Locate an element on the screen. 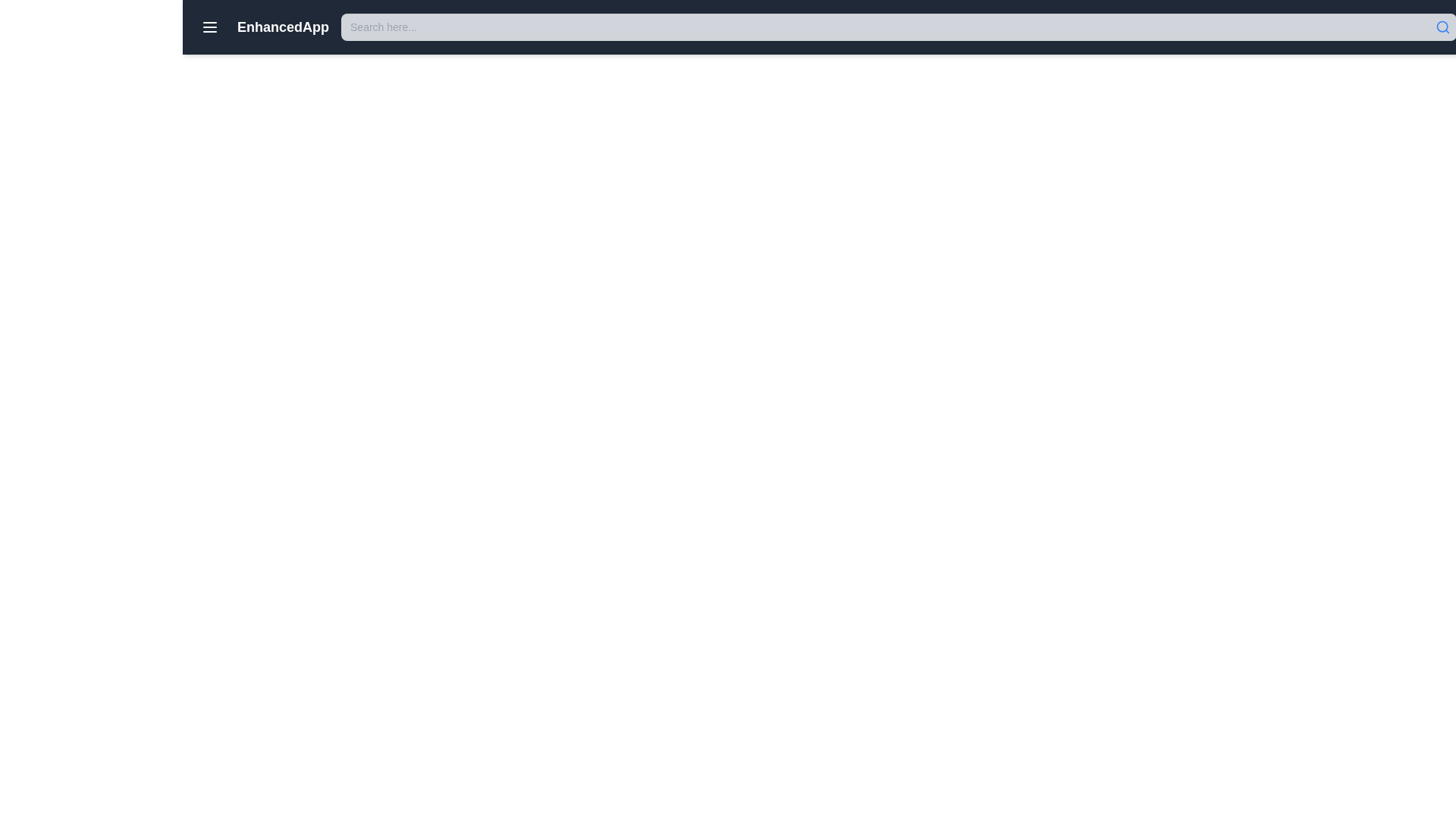  keyboard navigation is located at coordinates (209, 27).